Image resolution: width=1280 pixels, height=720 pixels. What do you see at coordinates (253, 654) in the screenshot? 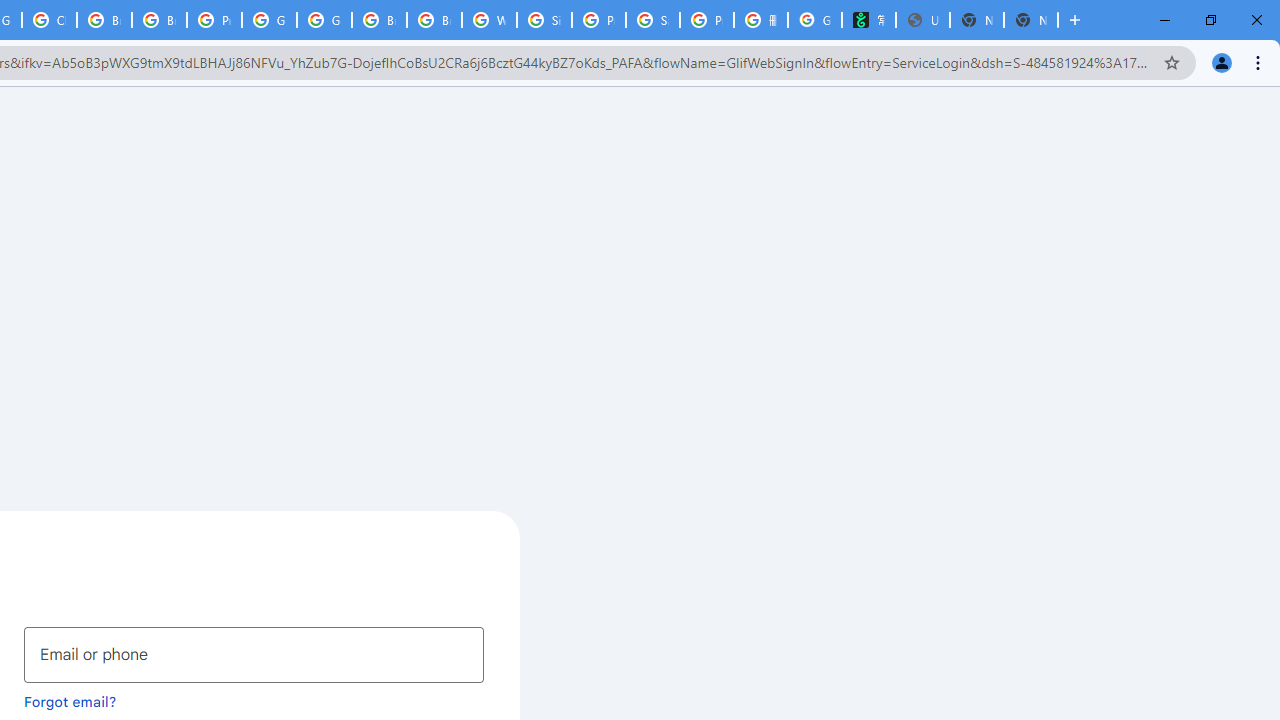
I see `'Email or phone'` at bounding box center [253, 654].